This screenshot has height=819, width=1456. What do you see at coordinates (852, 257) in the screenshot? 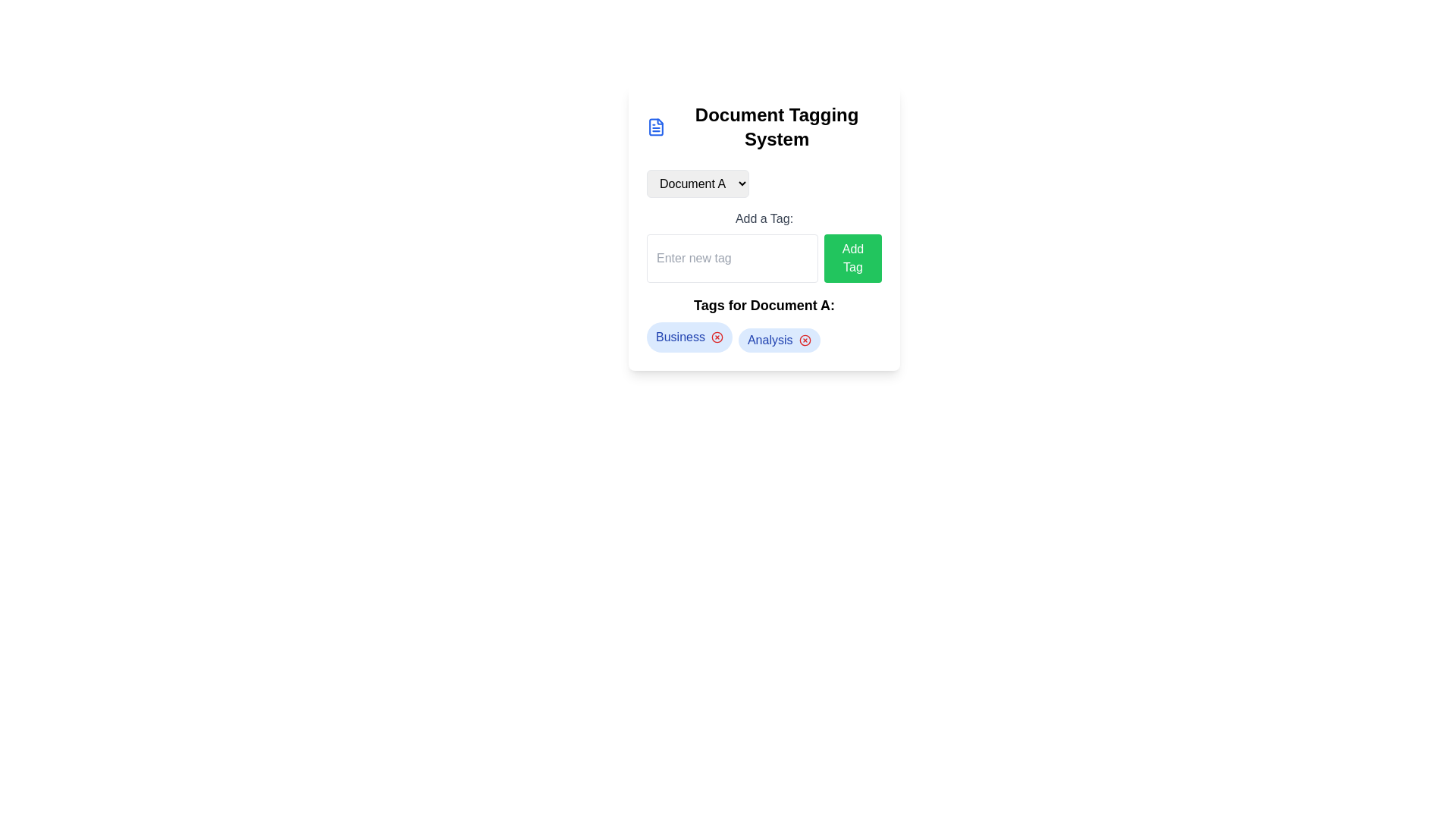
I see `the green 'Add Tag' button with rounded corners located to the right of the text input field under the title 'Add a Tag:'` at bounding box center [852, 257].